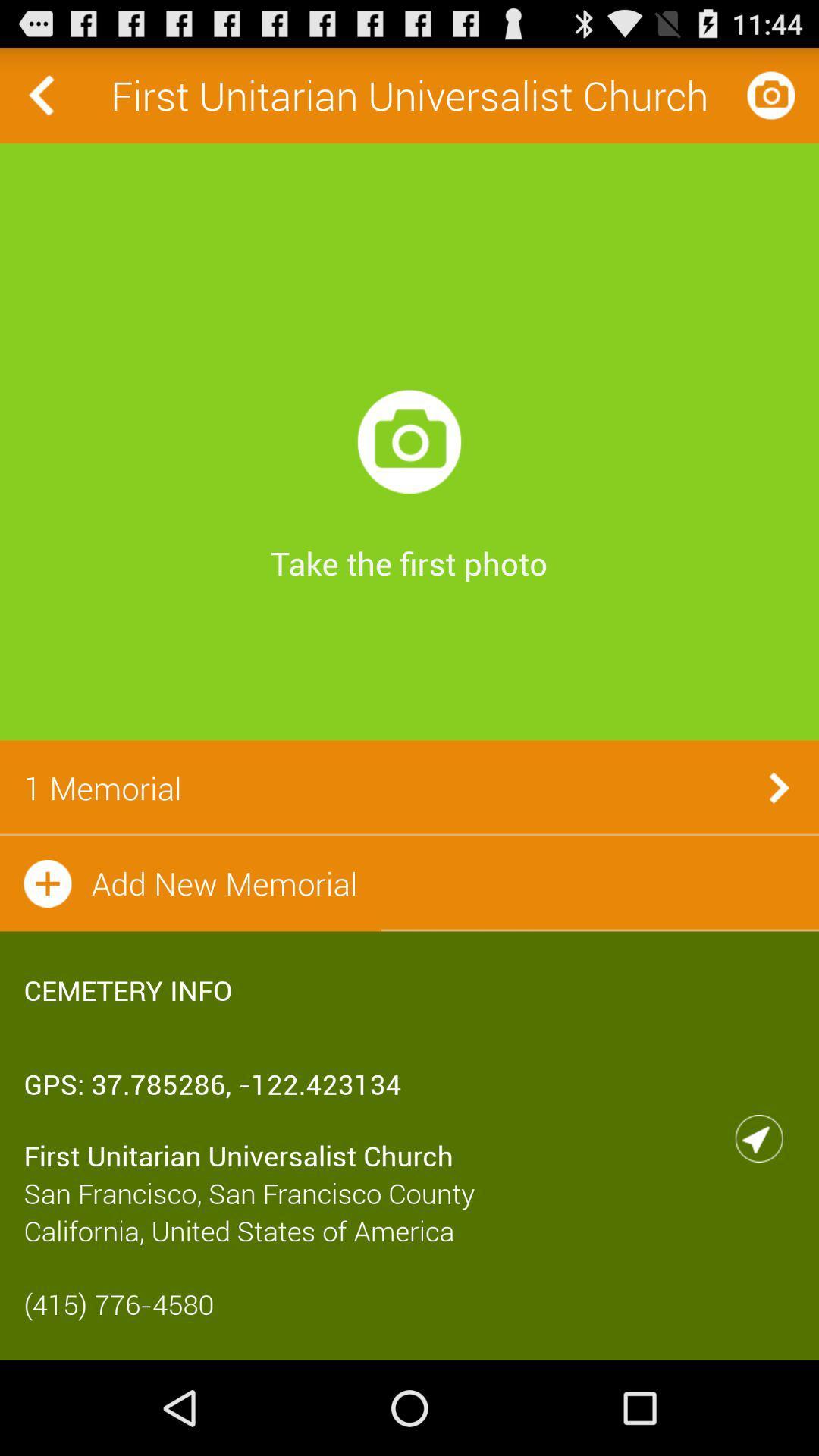 Image resolution: width=819 pixels, height=1456 pixels. I want to click on icon above the take the first, so click(409, 441).